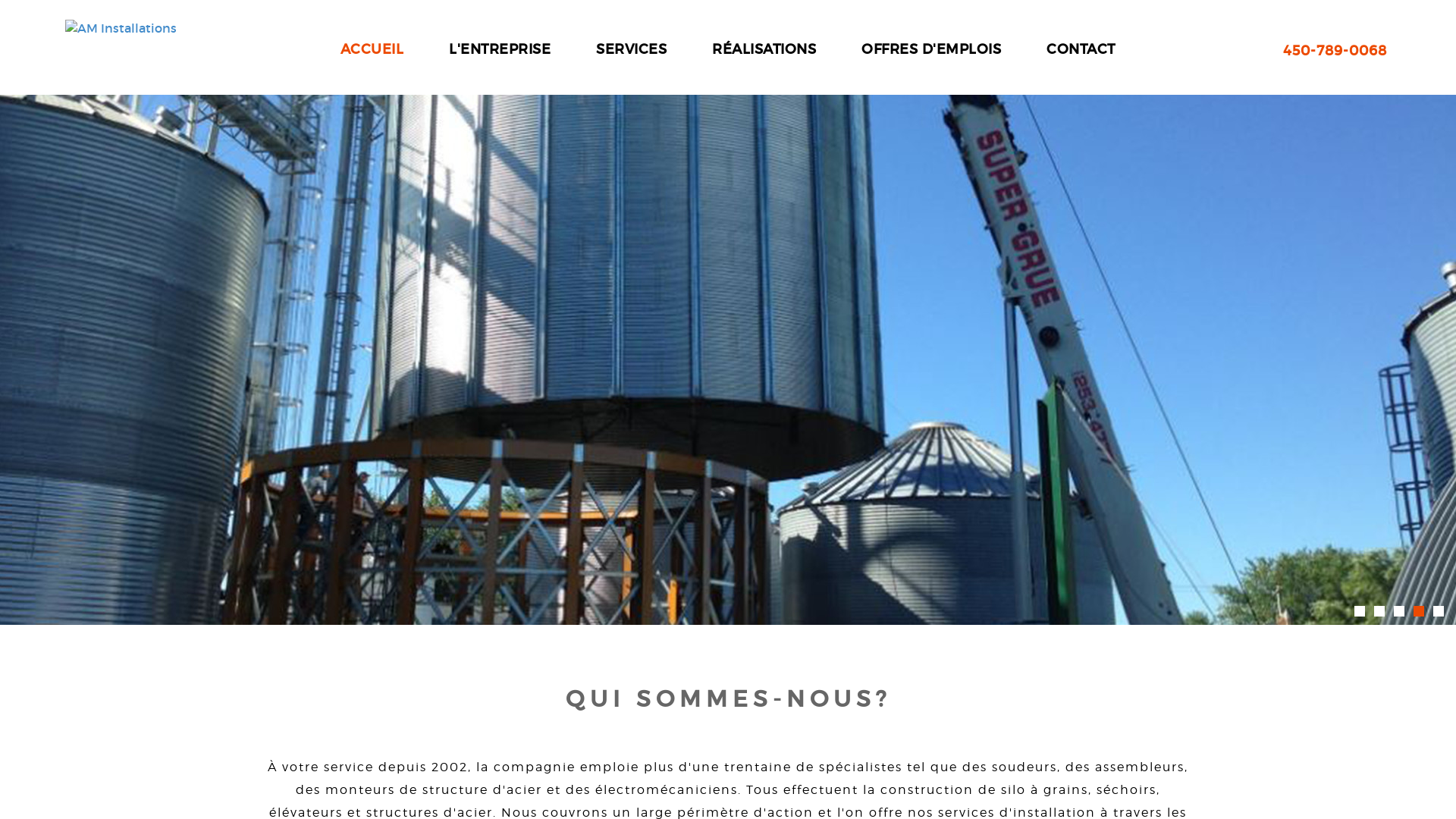 The height and width of the screenshot is (819, 1456). I want to click on '2', so click(1379, 610).